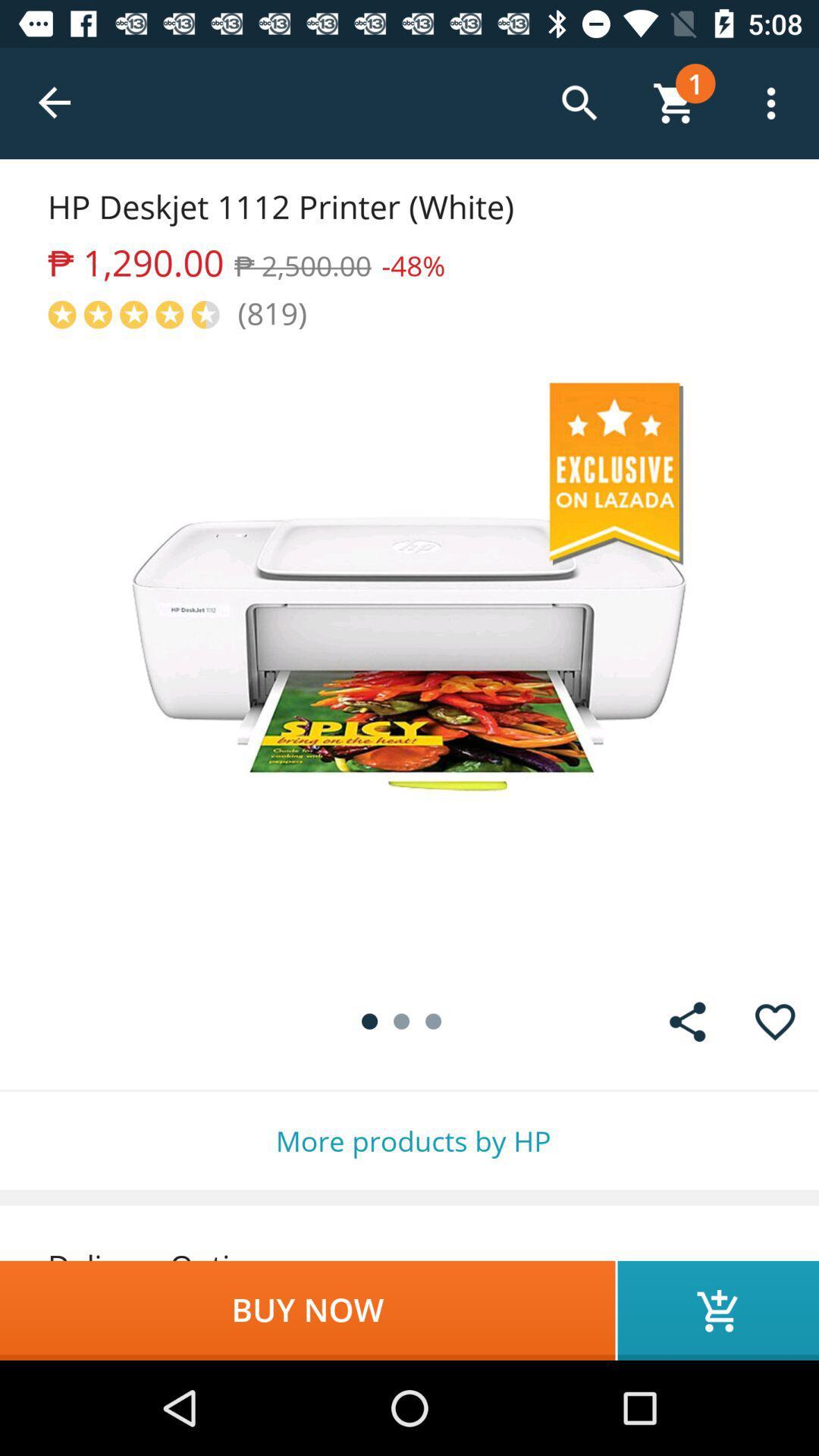  Describe the element at coordinates (775, 1021) in the screenshot. I see `to wishlist` at that location.